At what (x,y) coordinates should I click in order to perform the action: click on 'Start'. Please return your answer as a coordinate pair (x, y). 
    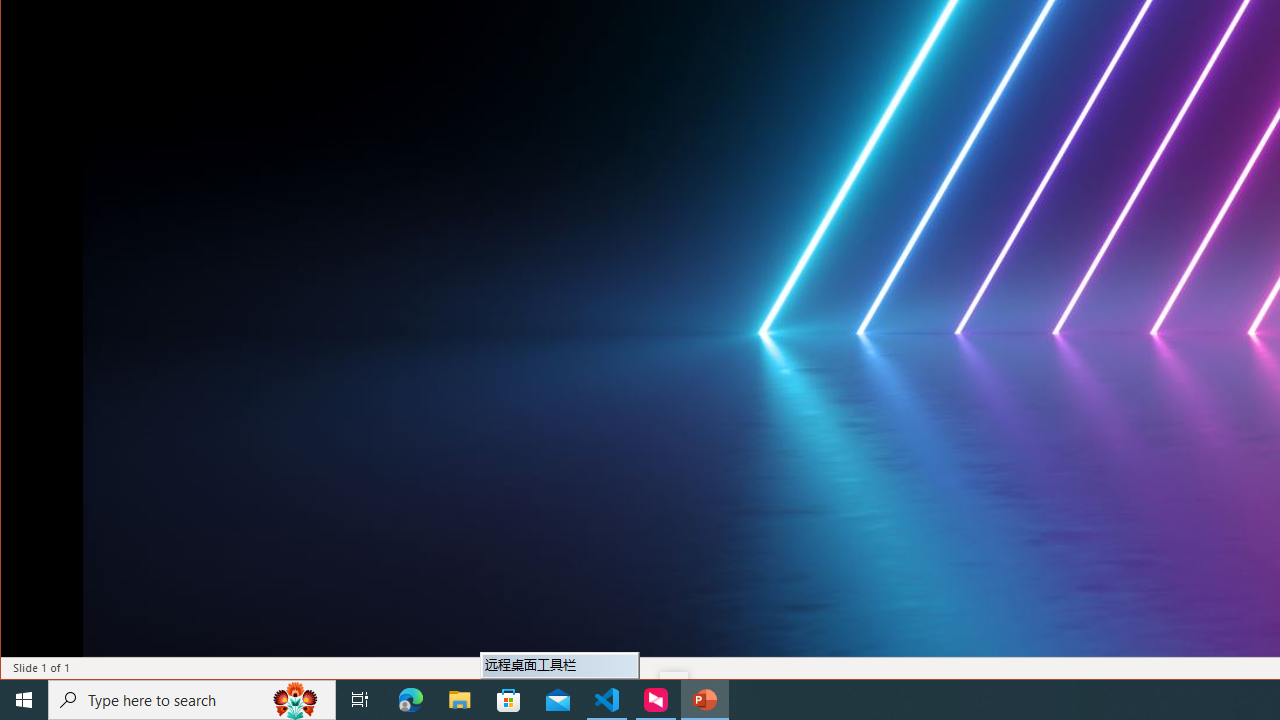
    Looking at the image, I should click on (24, 698).